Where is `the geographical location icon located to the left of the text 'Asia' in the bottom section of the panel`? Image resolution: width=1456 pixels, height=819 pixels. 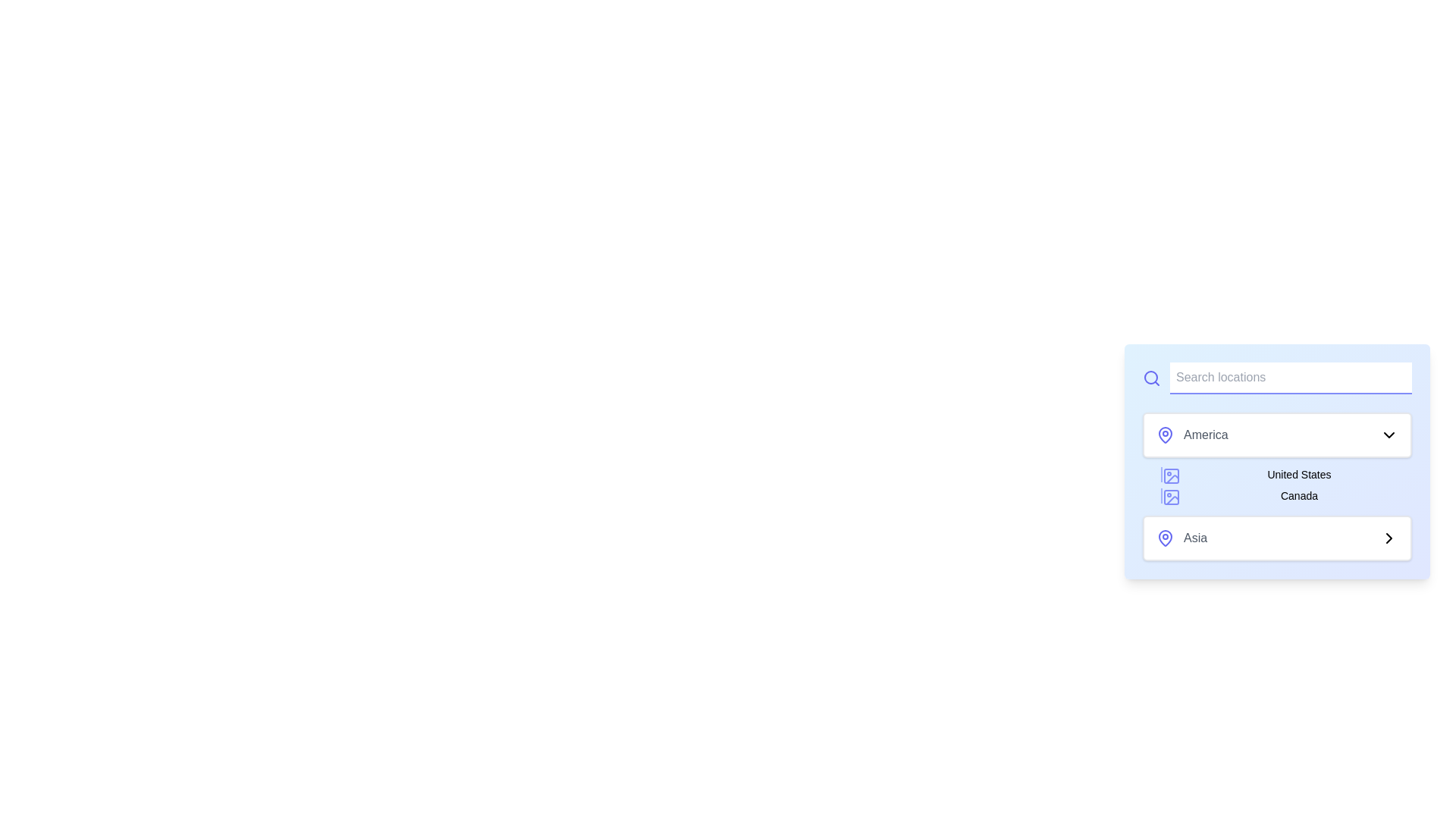
the geographical location icon located to the left of the text 'Asia' in the bottom section of the panel is located at coordinates (1164, 537).